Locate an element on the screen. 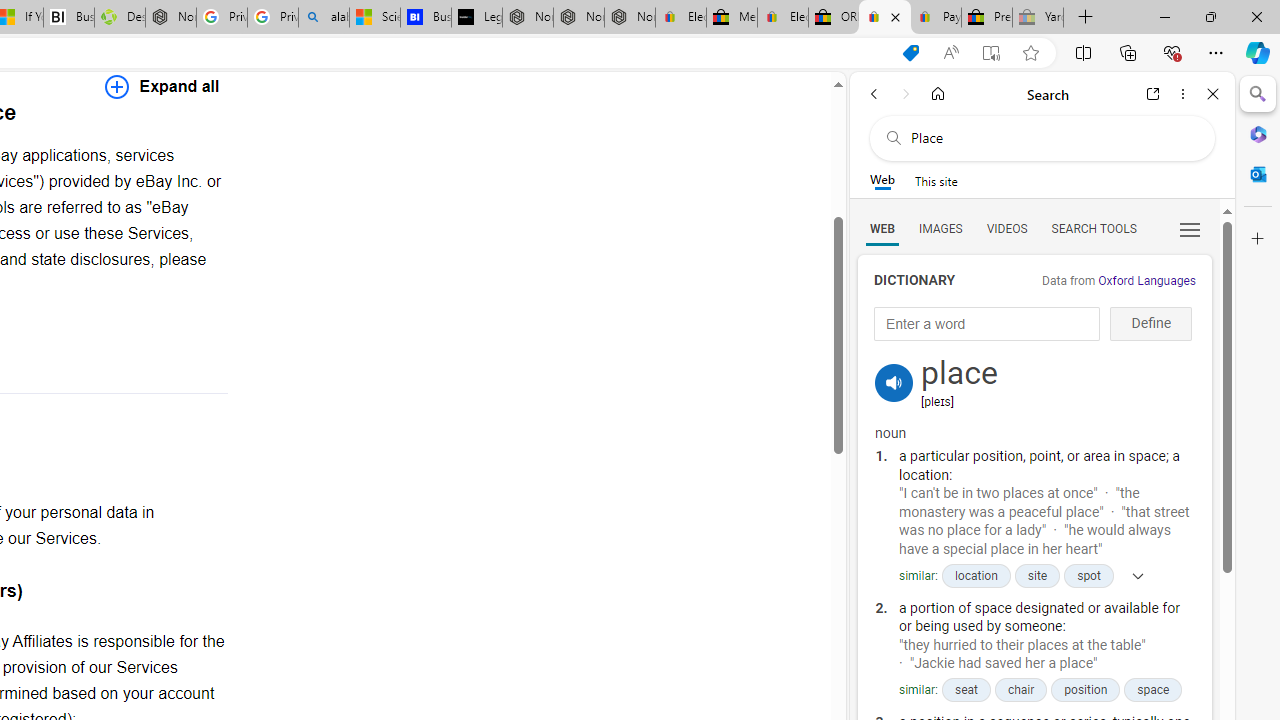 Image resolution: width=1280 pixels, height=720 pixels. 'Web scope' is located at coordinates (881, 180).